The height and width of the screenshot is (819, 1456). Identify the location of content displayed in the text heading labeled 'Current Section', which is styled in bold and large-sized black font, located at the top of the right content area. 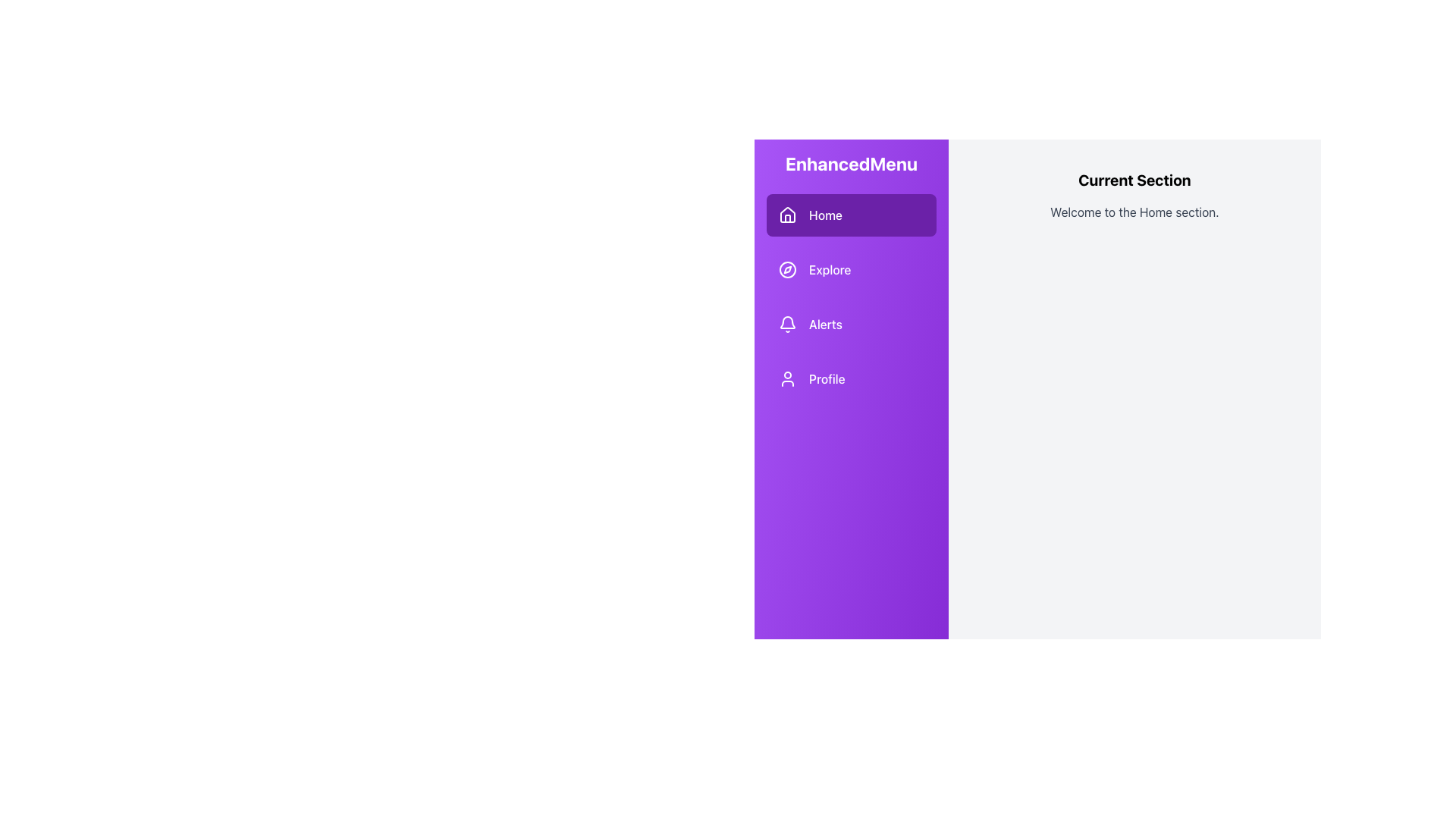
(1134, 180).